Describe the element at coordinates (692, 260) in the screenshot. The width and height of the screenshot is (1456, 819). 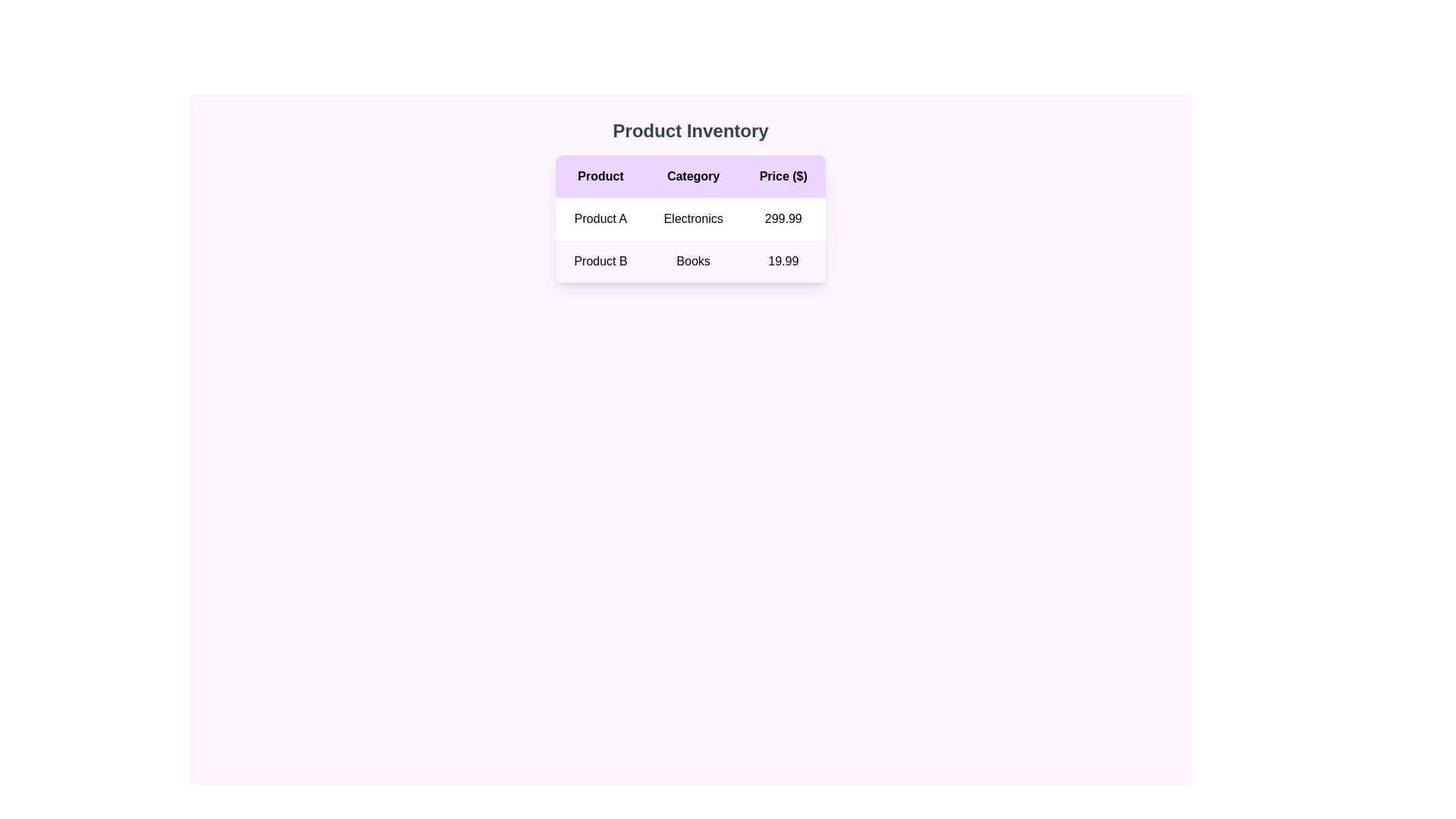
I see `the Table Cell that indicates the category of the product in the second row of the table under the 'Category' column, aligned with 'Product B' and '19.99'` at that location.